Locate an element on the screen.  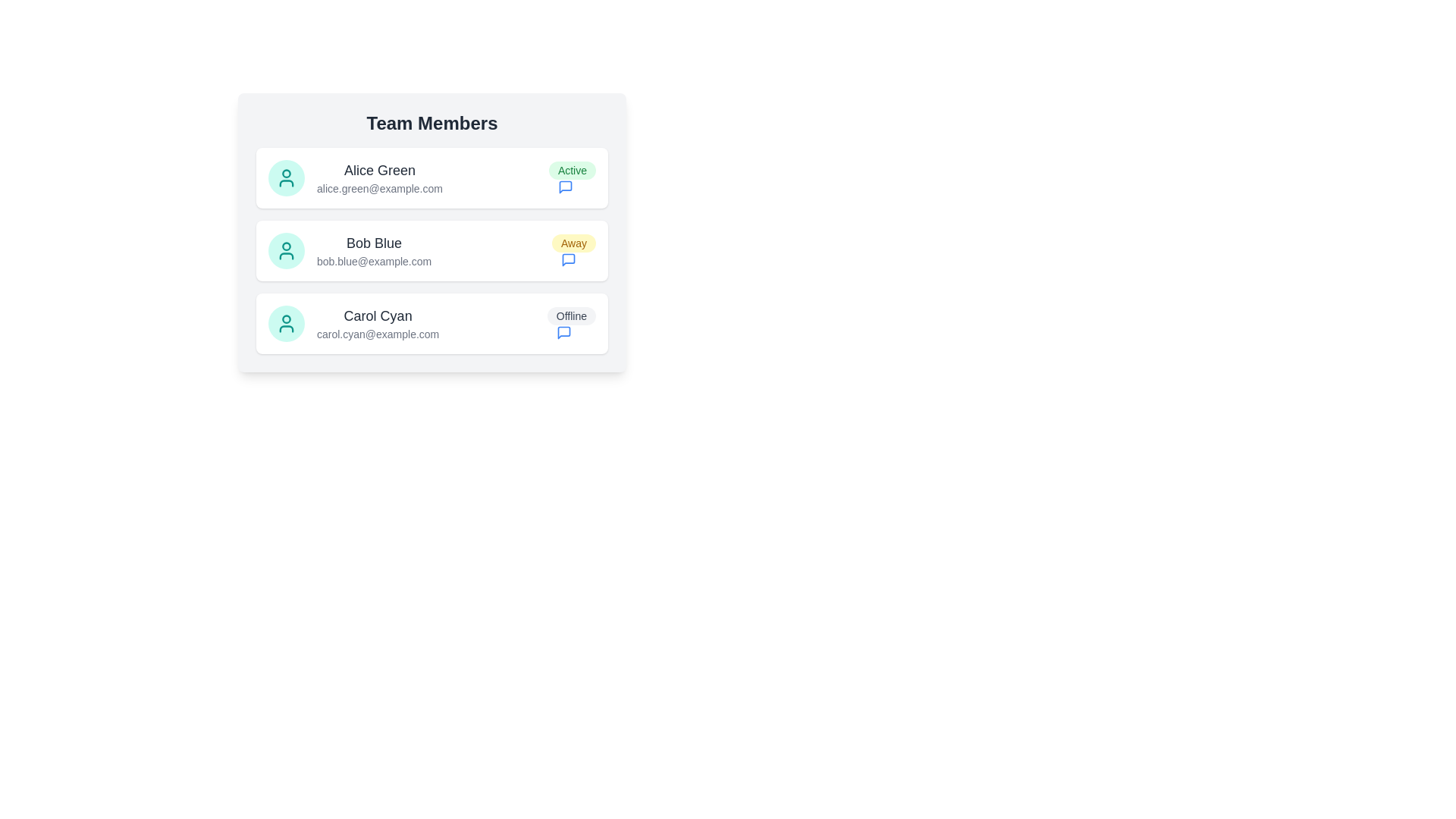
the static text displaying the email address of team member 'Bob Blue', located directly below his name in the 'Team Members' list is located at coordinates (374, 260).